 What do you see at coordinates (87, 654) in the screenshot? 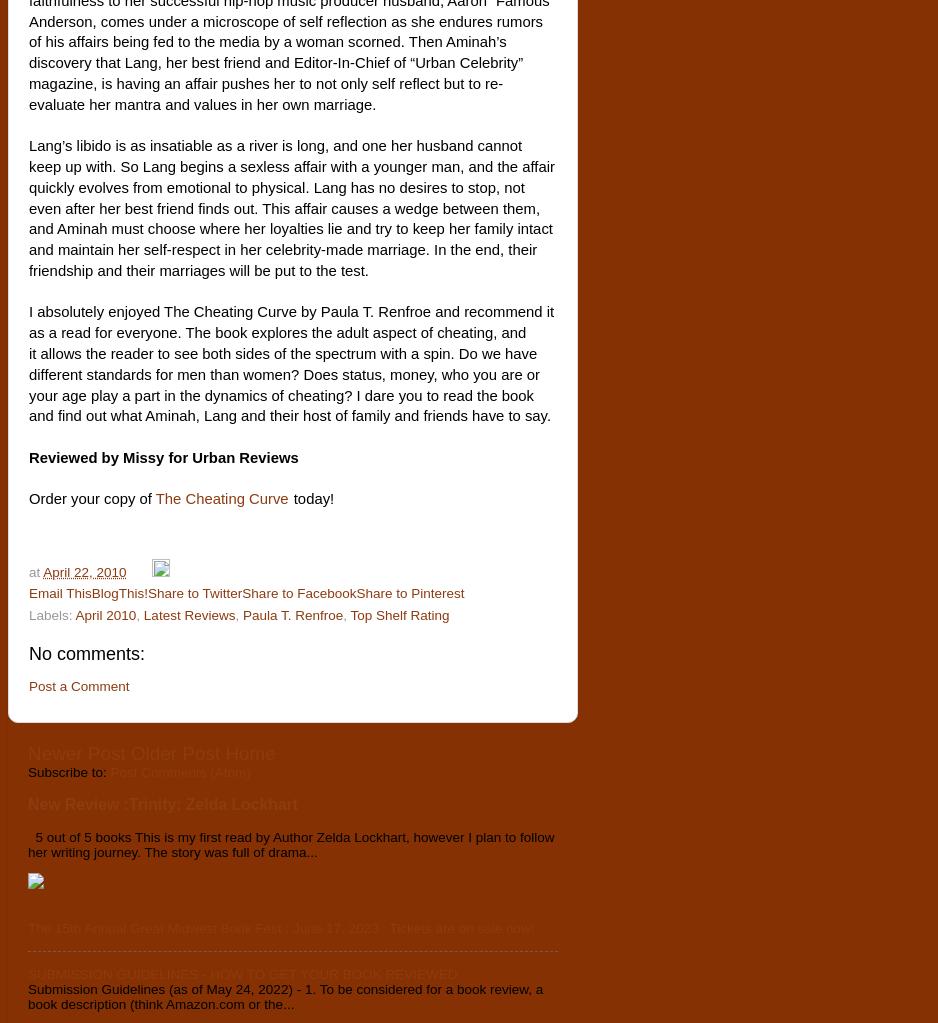
I see `'No comments:'` at bounding box center [87, 654].